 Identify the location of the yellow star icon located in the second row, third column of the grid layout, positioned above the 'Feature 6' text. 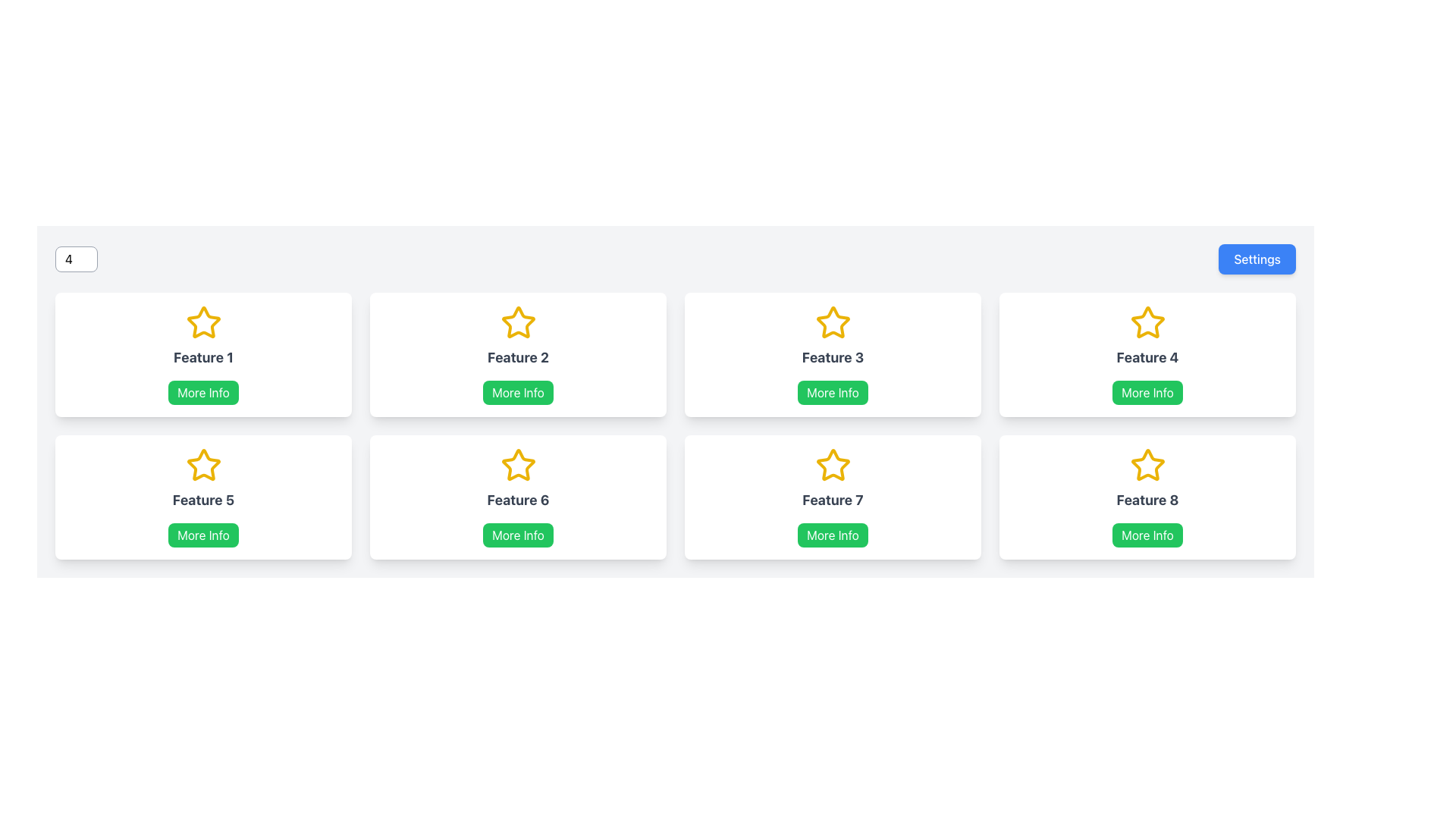
(518, 464).